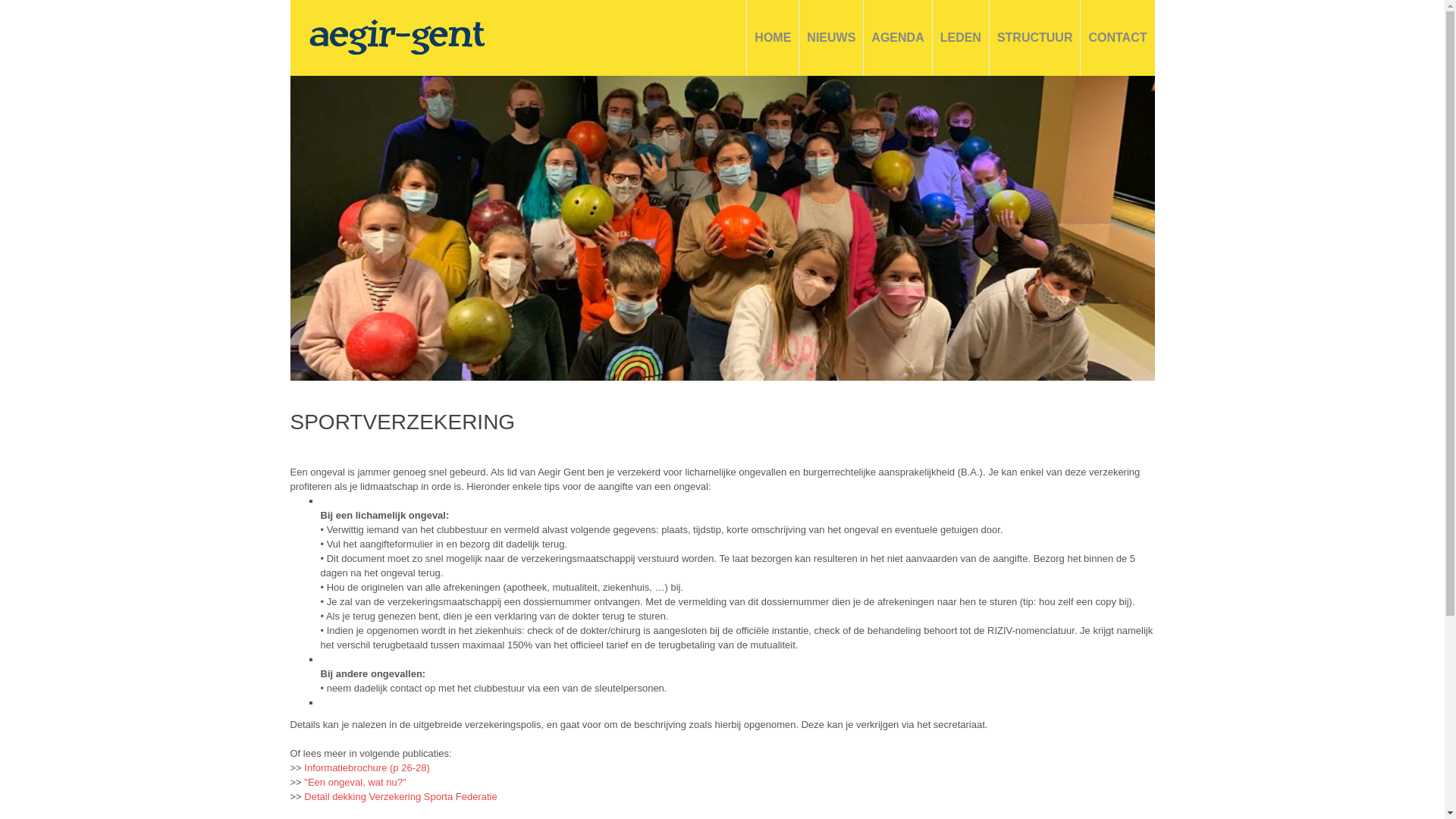  I want to click on 'LEDEN', so click(939, 37).